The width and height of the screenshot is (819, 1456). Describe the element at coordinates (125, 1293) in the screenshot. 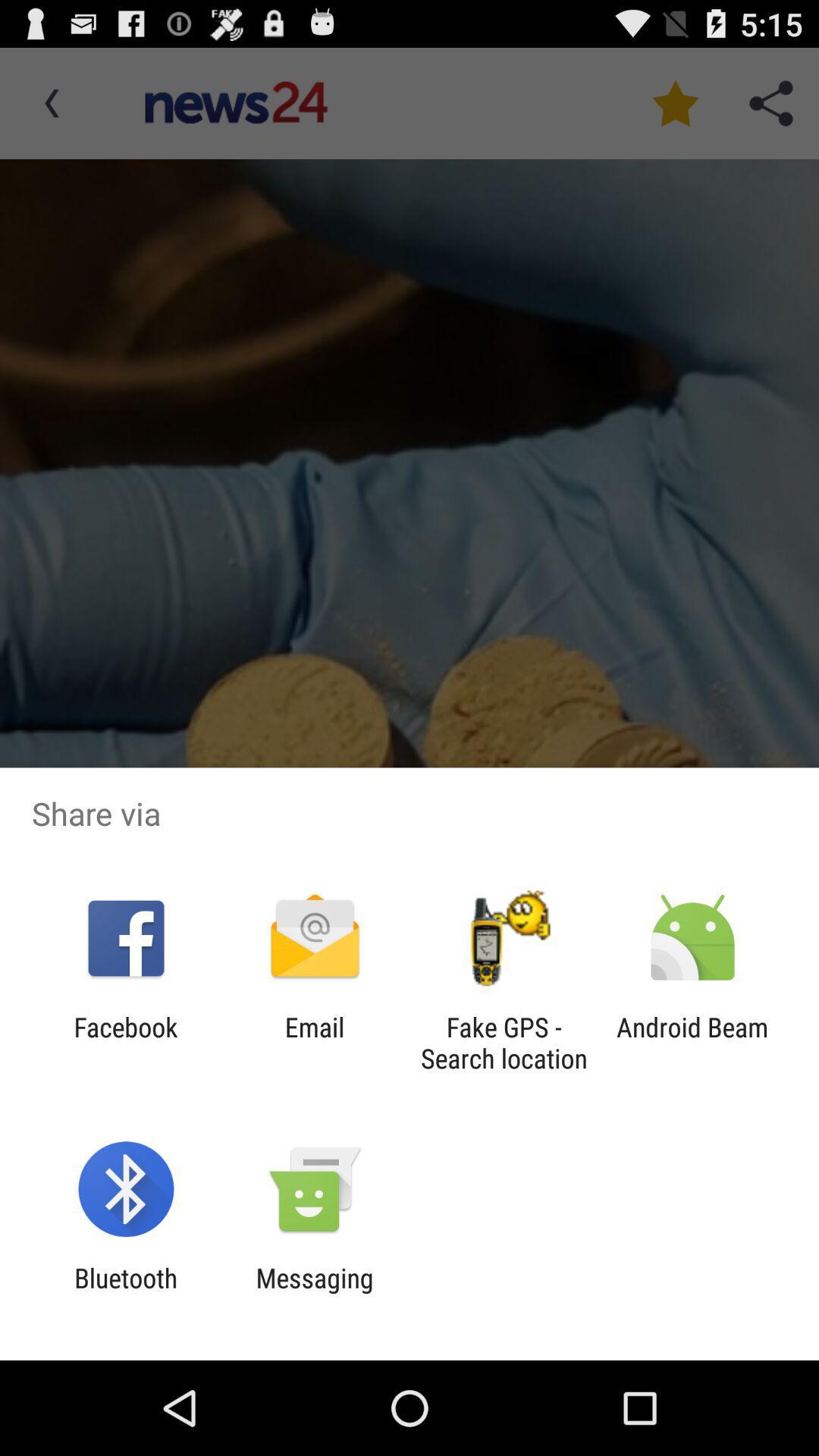

I see `bluetooth app` at that location.